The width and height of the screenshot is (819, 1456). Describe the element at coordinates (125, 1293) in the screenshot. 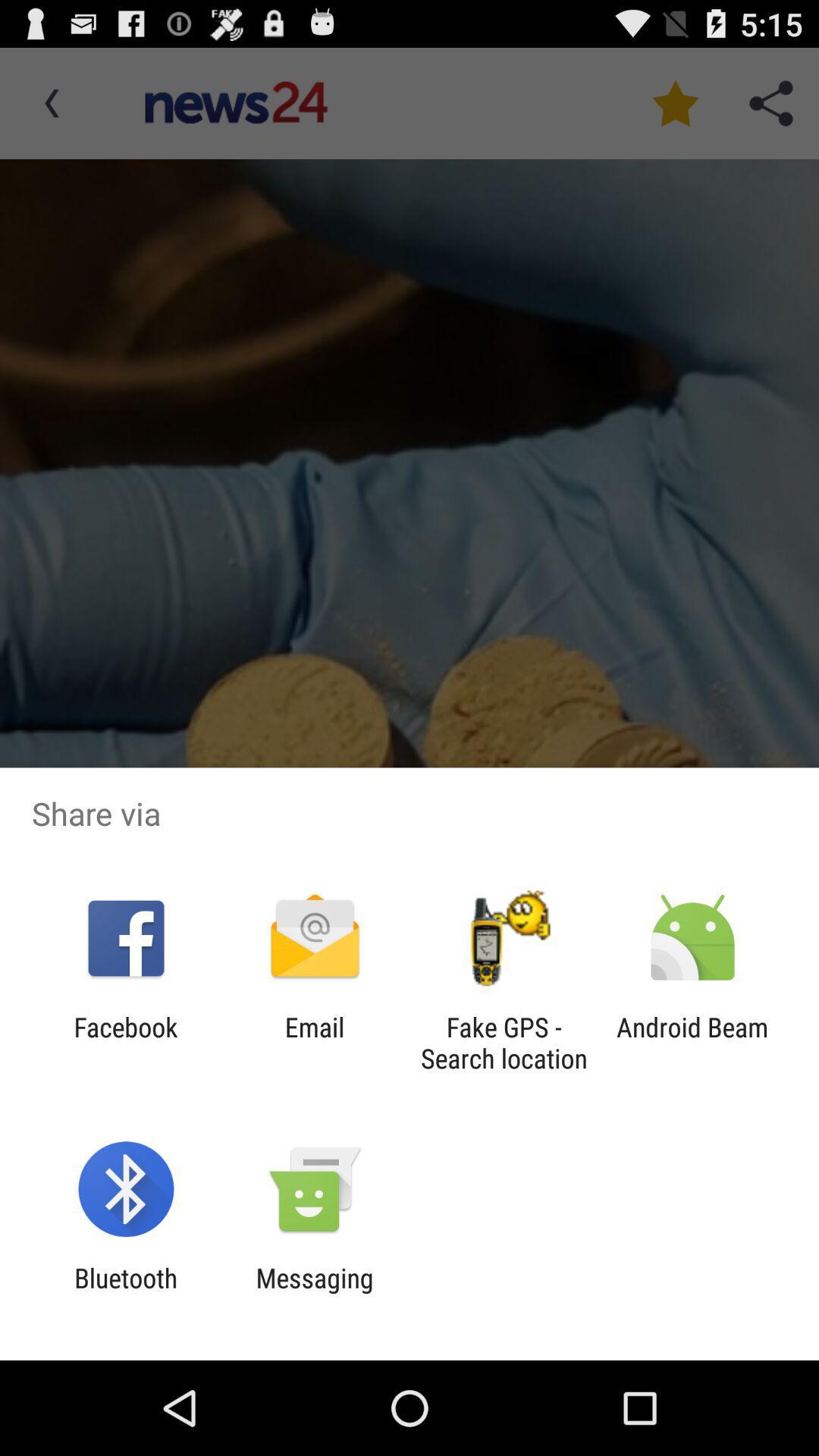

I see `bluetooth app` at that location.